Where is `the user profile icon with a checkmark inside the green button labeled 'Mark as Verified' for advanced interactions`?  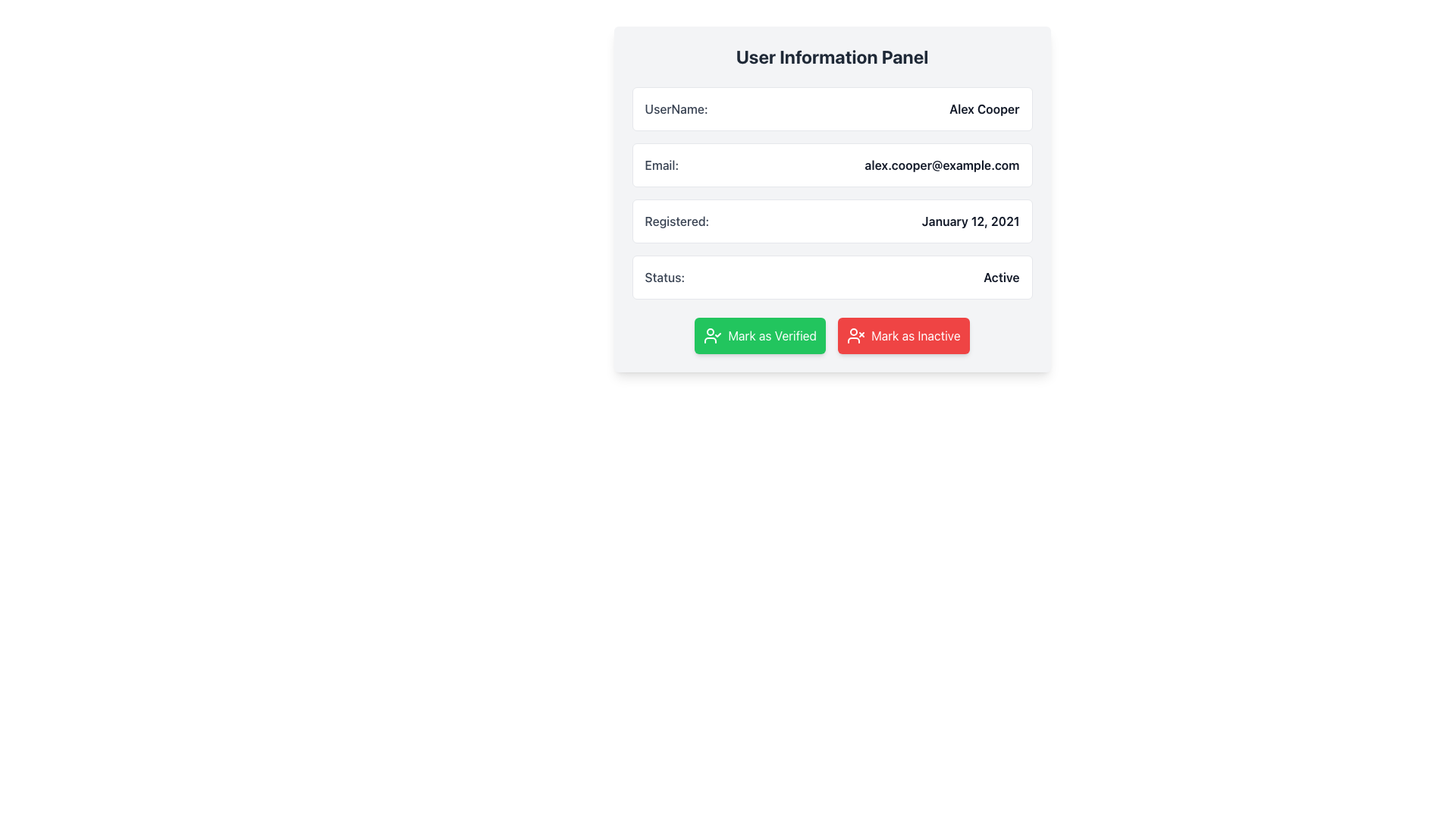 the user profile icon with a checkmark inside the green button labeled 'Mark as Verified' for advanced interactions is located at coordinates (712, 335).